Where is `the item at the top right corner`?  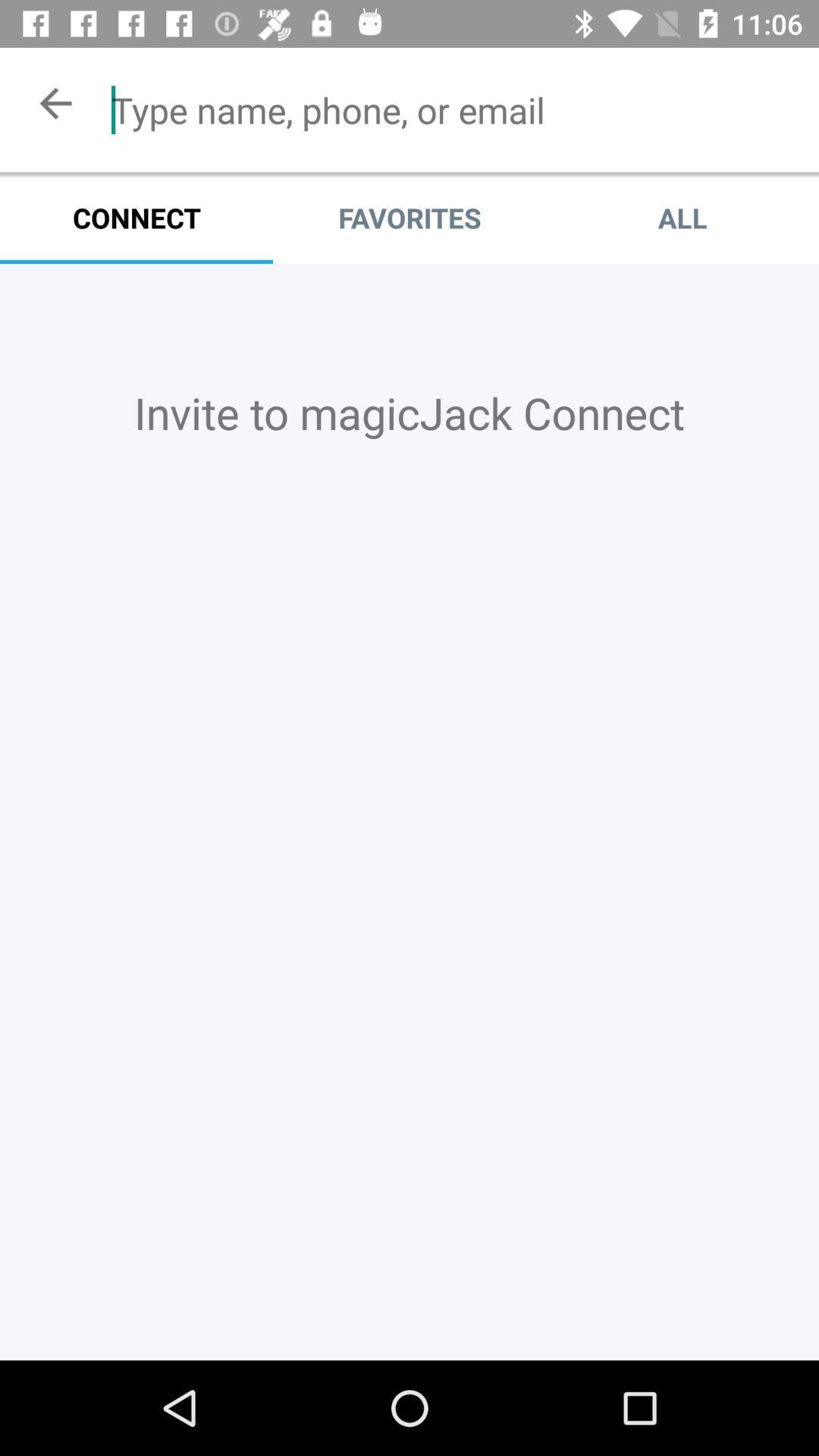
the item at the top right corner is located at coordinates (681, 217).